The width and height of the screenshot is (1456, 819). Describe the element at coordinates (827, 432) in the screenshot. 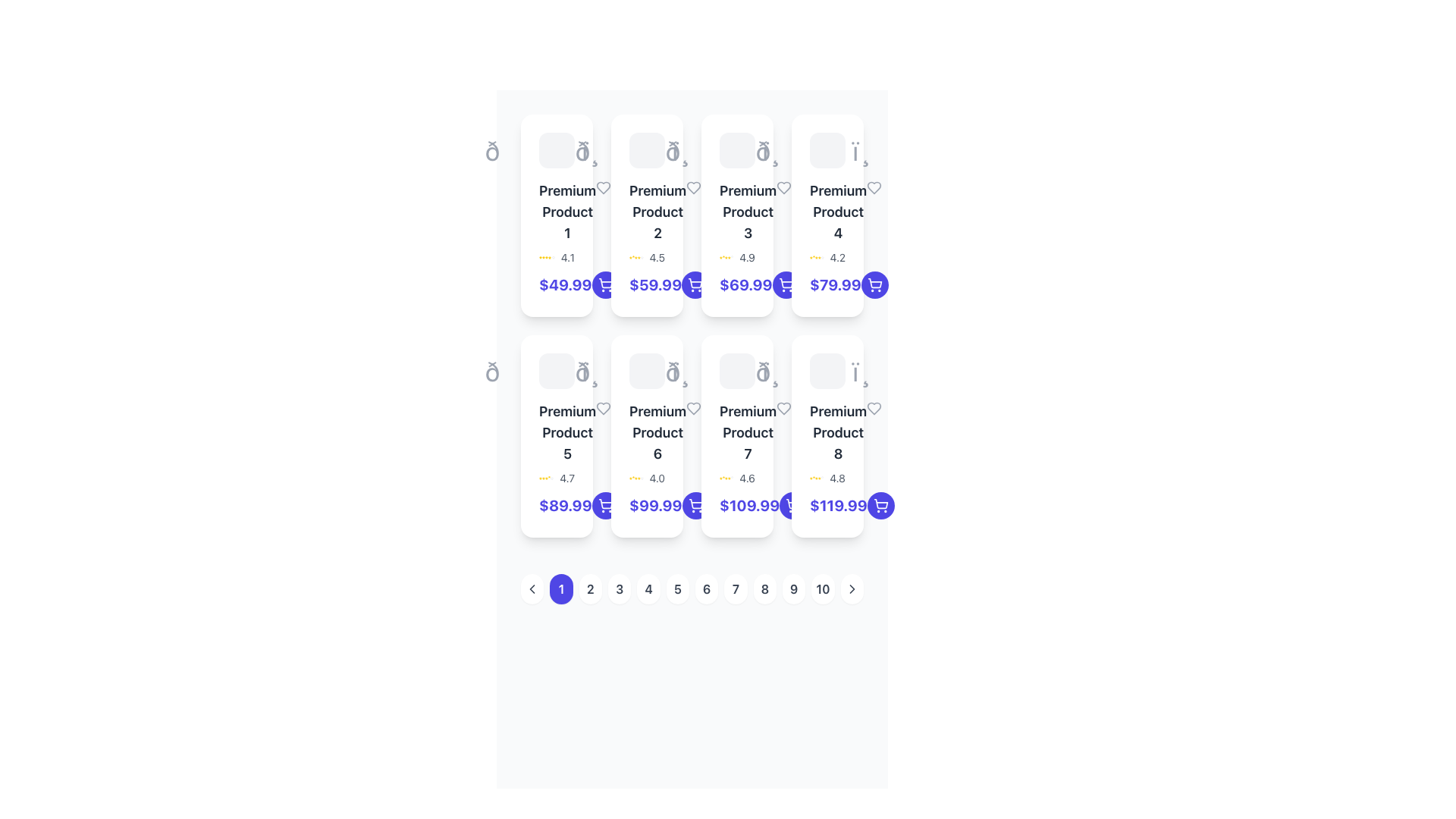

I see `the text label or header in the second row, fourth card from the left` at that location.